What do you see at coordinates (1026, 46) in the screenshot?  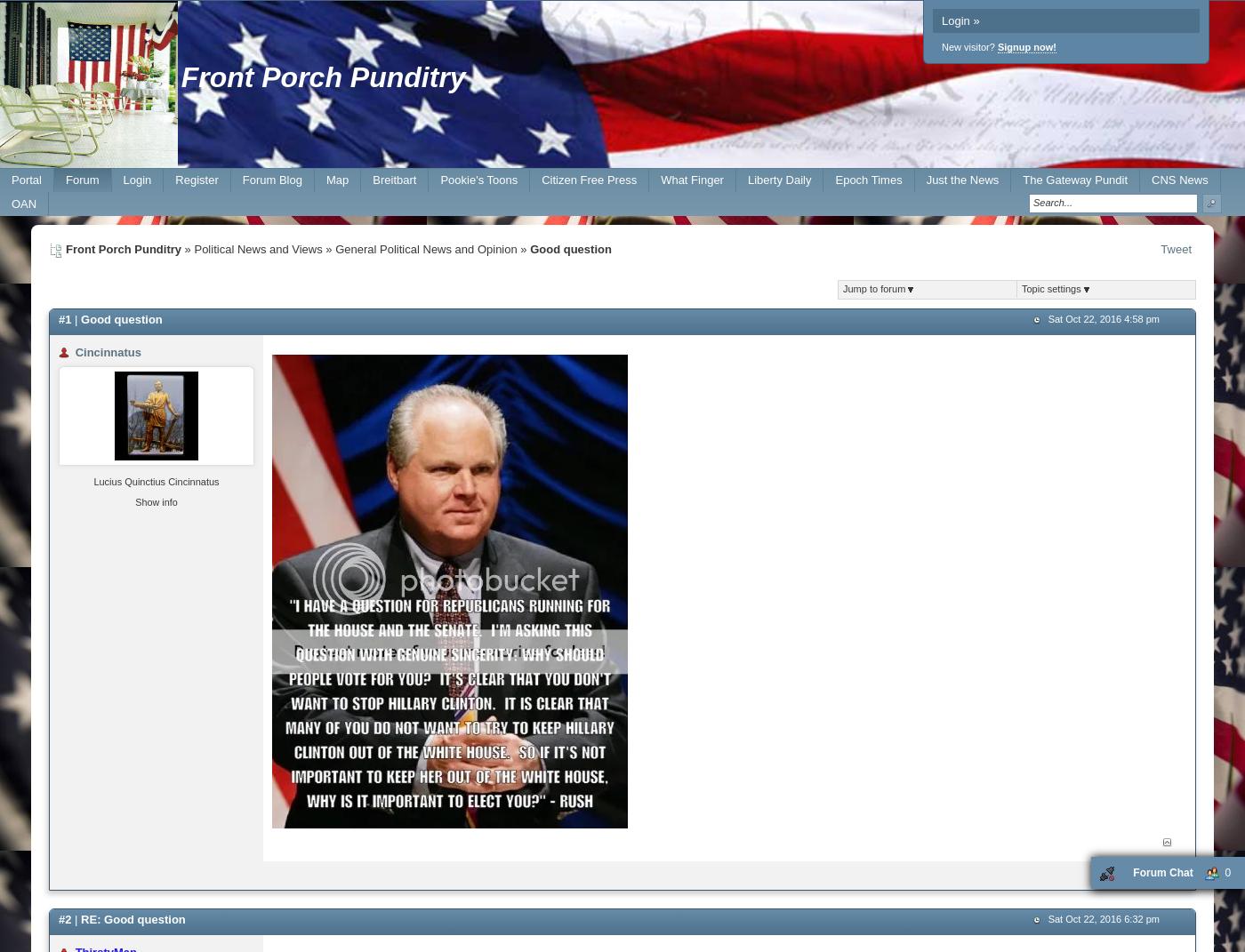 I see `'Signup now!'` at bounding box center [1026, 46].